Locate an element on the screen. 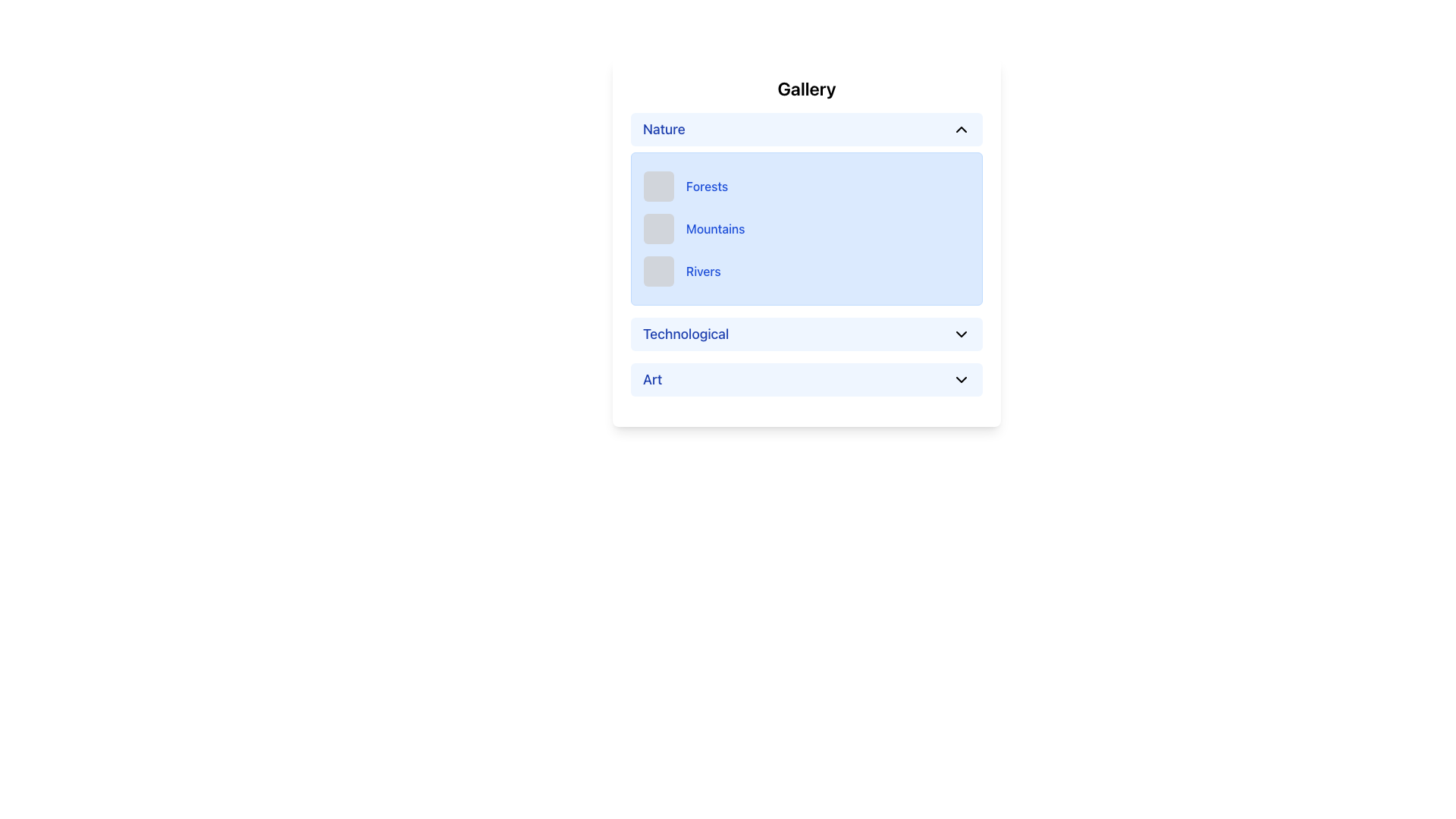  the text label that serves as a category label or navigation link is located at coordinates (685, 333).